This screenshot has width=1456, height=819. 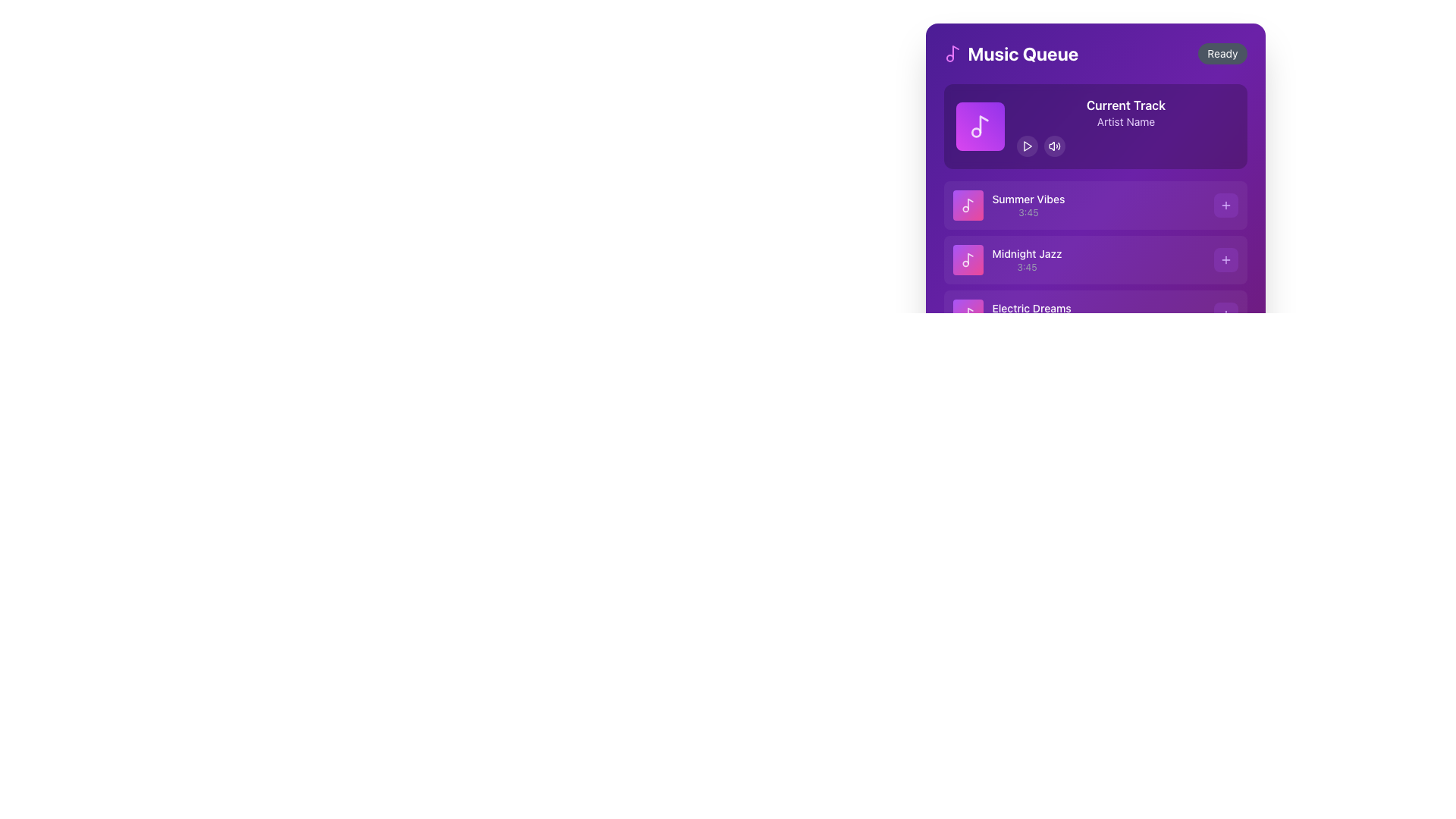 What do you see at coordinates (1125, 125) in the screenshot?
I see `displayed text of the informational text display showing the currently playing track's title and artist's name in the music queue interface, located in the header to the right of the thumbnail box` at bounding box center [1125, 125].